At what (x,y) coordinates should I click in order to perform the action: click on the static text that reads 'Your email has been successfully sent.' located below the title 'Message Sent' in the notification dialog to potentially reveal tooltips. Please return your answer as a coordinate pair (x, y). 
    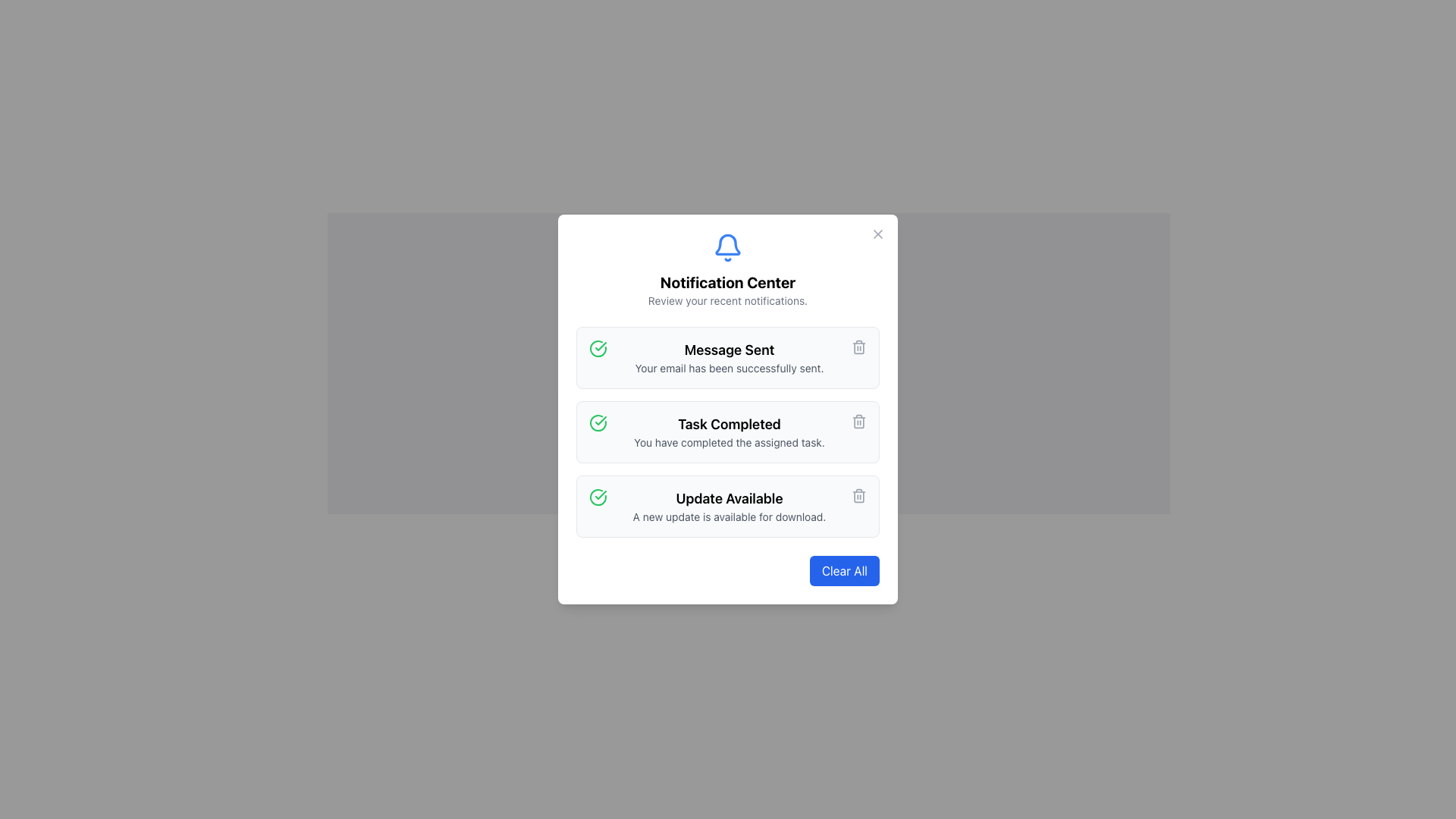
    Looking at the image, I should click on (729, 369).